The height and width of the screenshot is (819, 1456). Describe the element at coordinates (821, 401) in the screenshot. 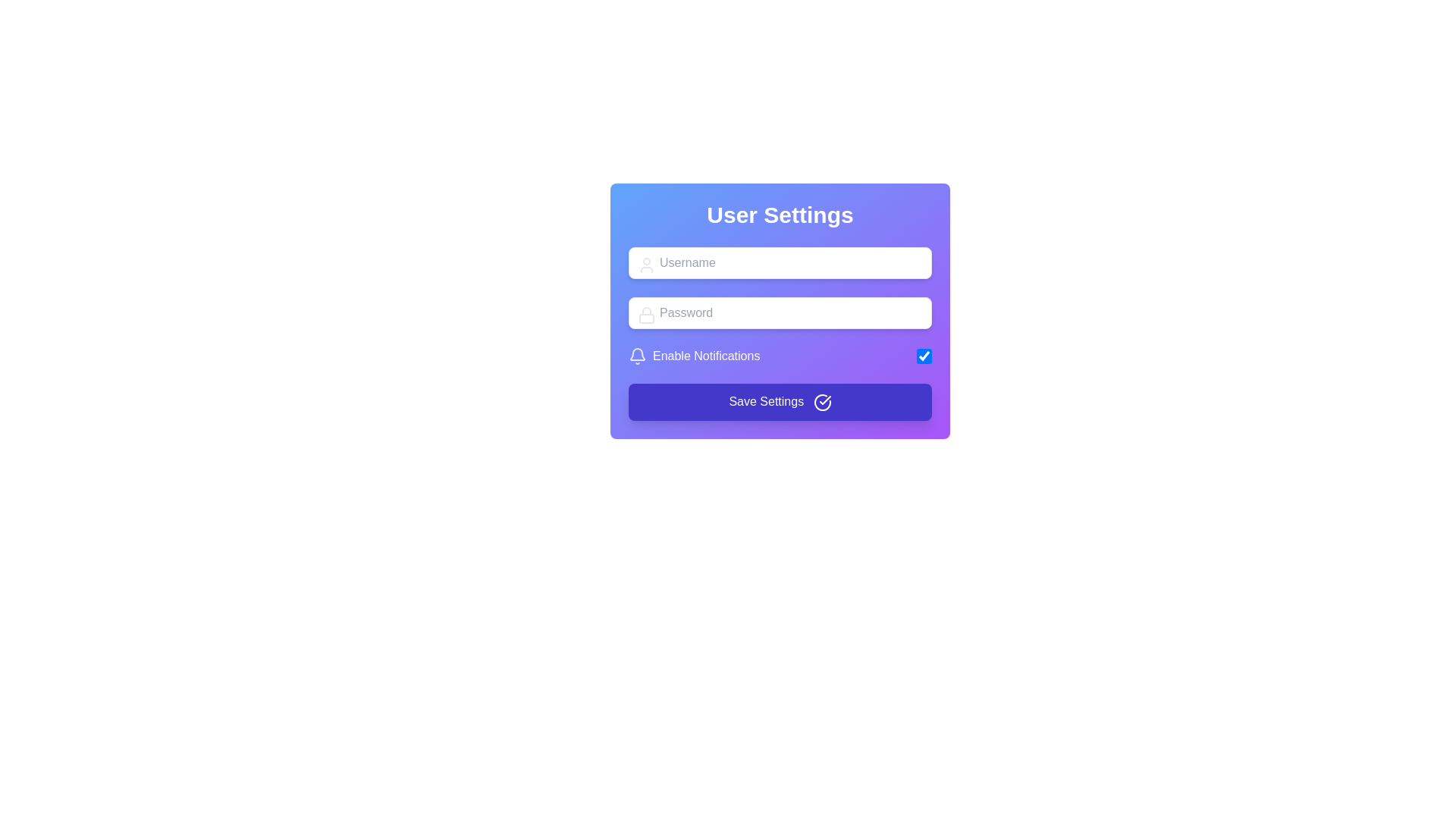

I see `circular graphical component rendered as part of an SVG located in the bottom-right corner of the 'Save Settings' button using developer tools` at that location.